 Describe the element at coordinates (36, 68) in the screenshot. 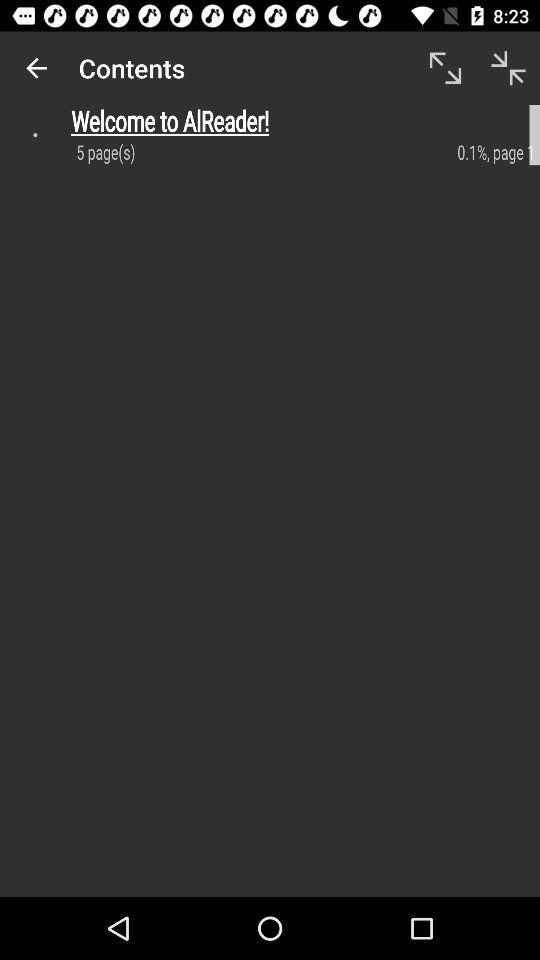

I see `app next to the contents app` at that location.